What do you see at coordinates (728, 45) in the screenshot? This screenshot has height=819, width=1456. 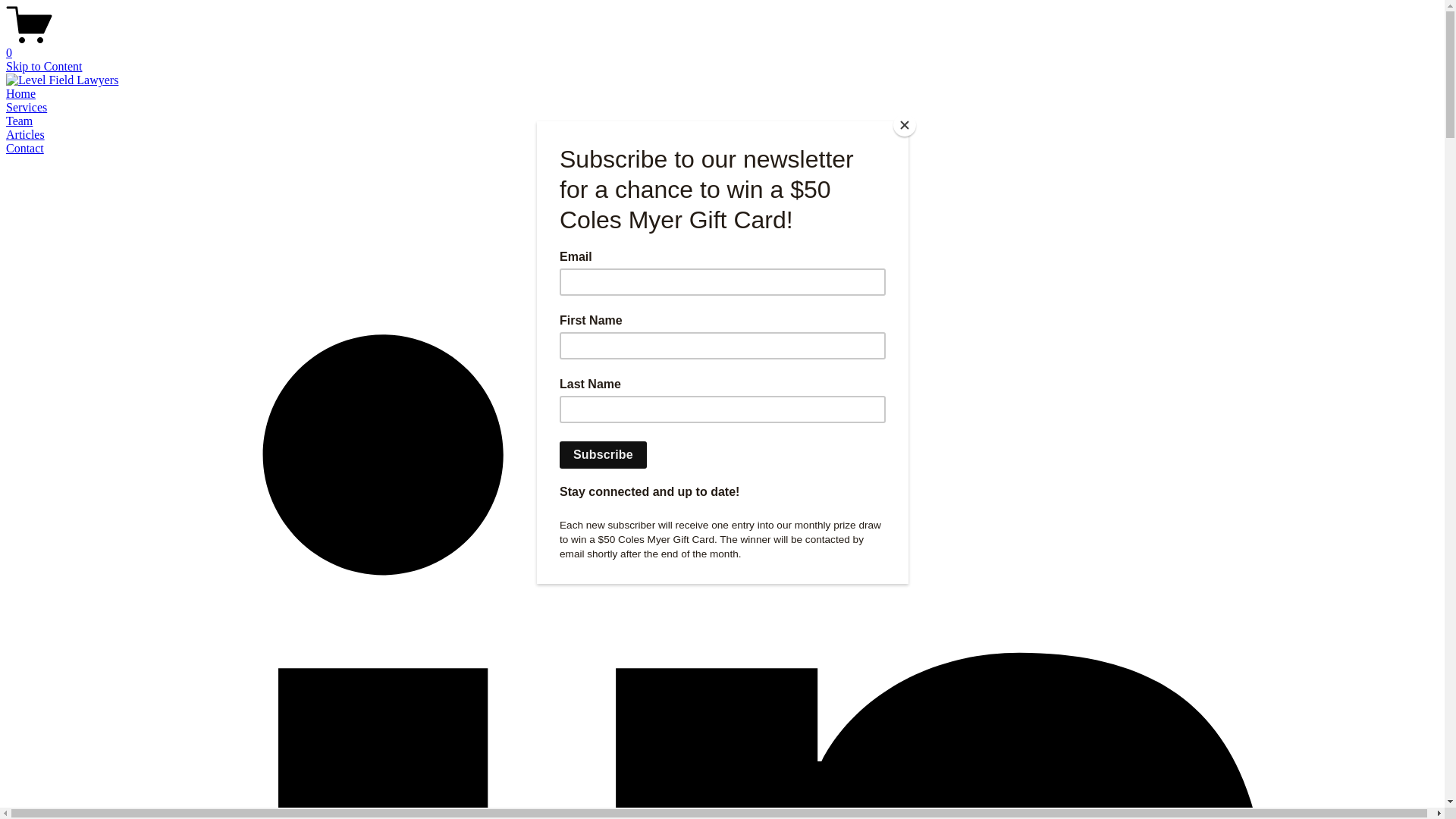 I see `'0'` at bounding box center [728, 45].